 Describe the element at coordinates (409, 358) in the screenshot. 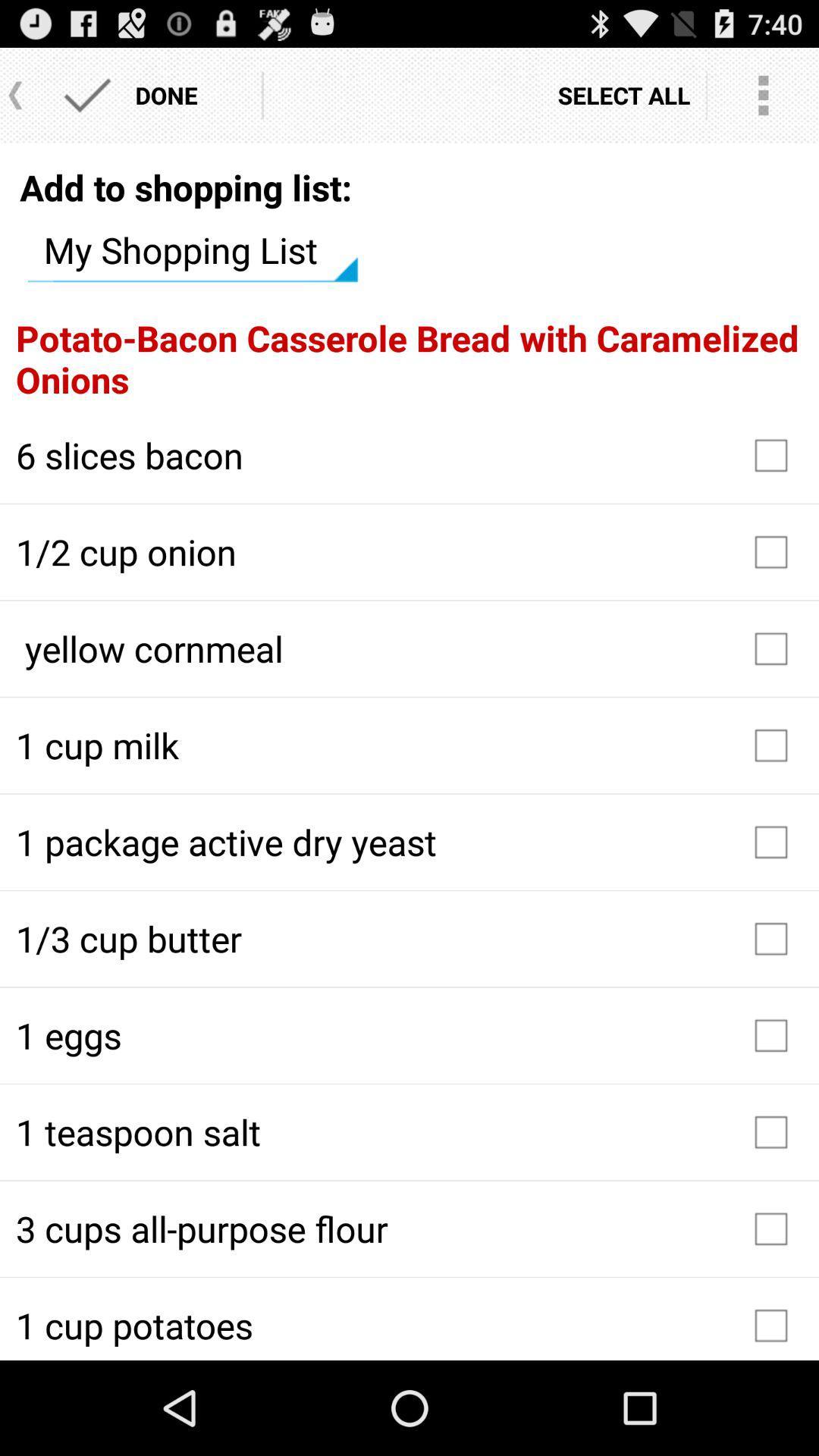

I see `the potato bacon casserole item` at that location.